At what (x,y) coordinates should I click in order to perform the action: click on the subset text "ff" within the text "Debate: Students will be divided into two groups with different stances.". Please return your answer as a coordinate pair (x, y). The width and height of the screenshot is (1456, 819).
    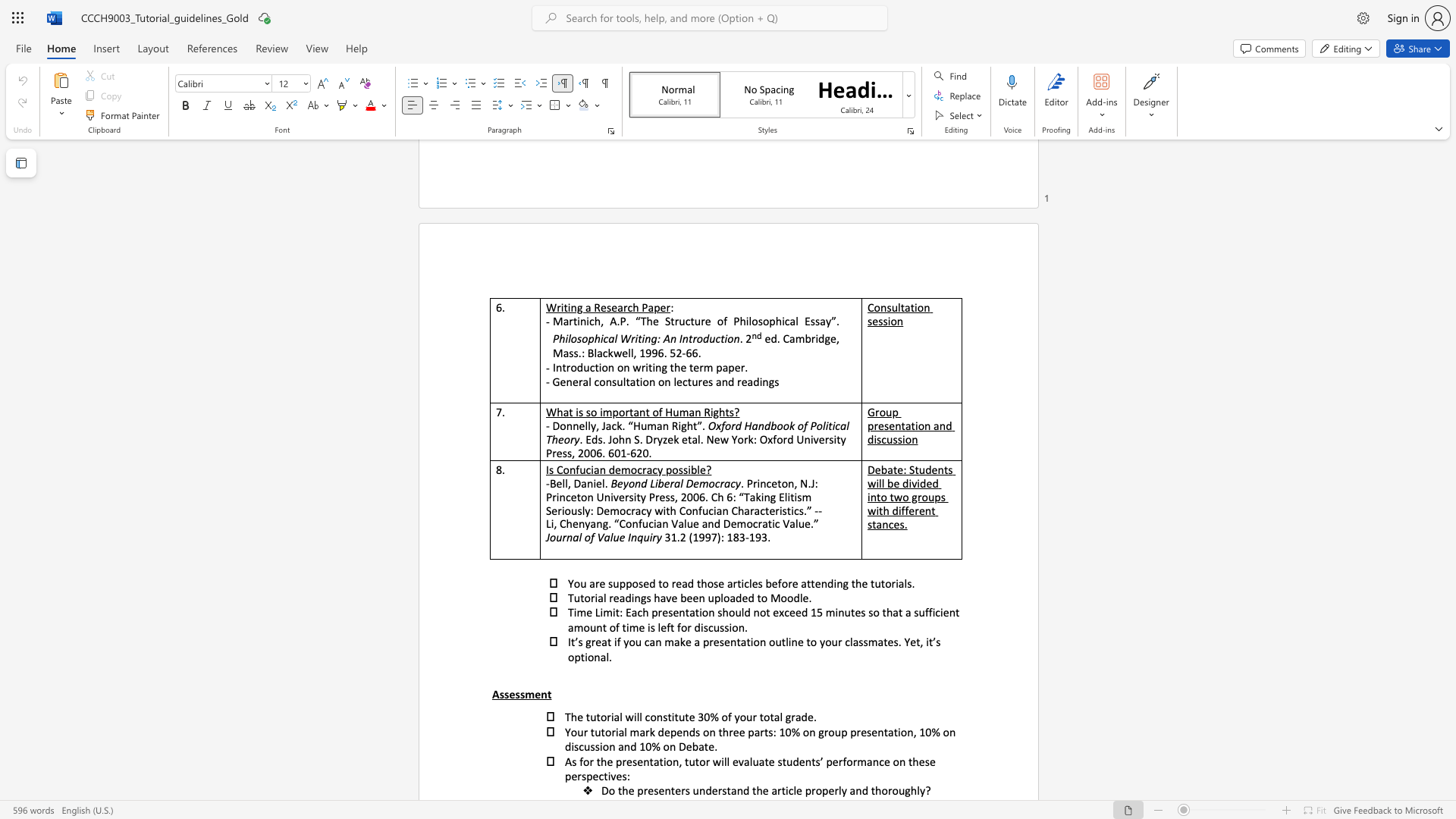
    Looking at the image, I should click on (901, 510).